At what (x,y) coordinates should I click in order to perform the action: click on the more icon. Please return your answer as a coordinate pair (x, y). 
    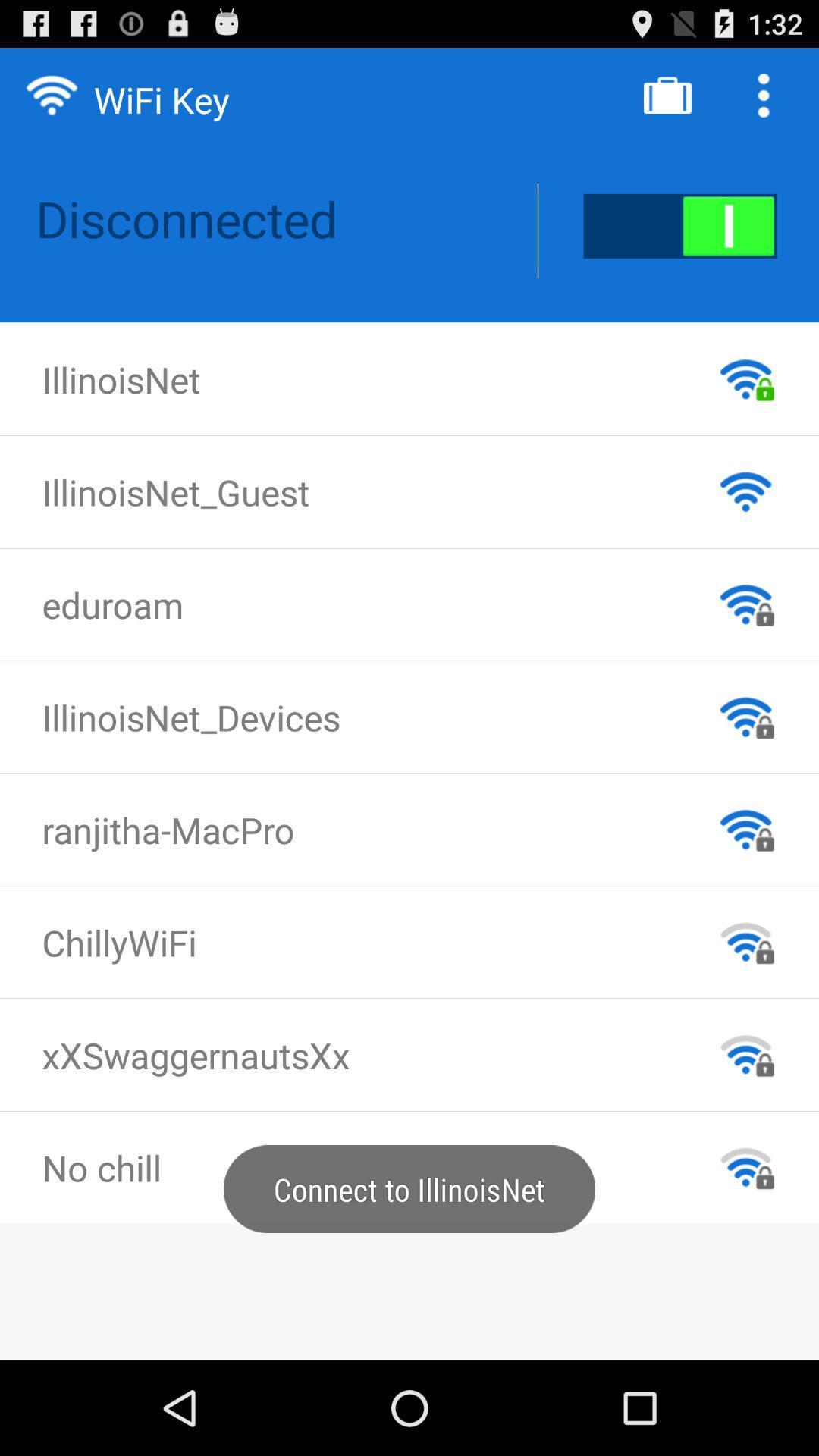
    Looking at the image, I should click on (767, 101).